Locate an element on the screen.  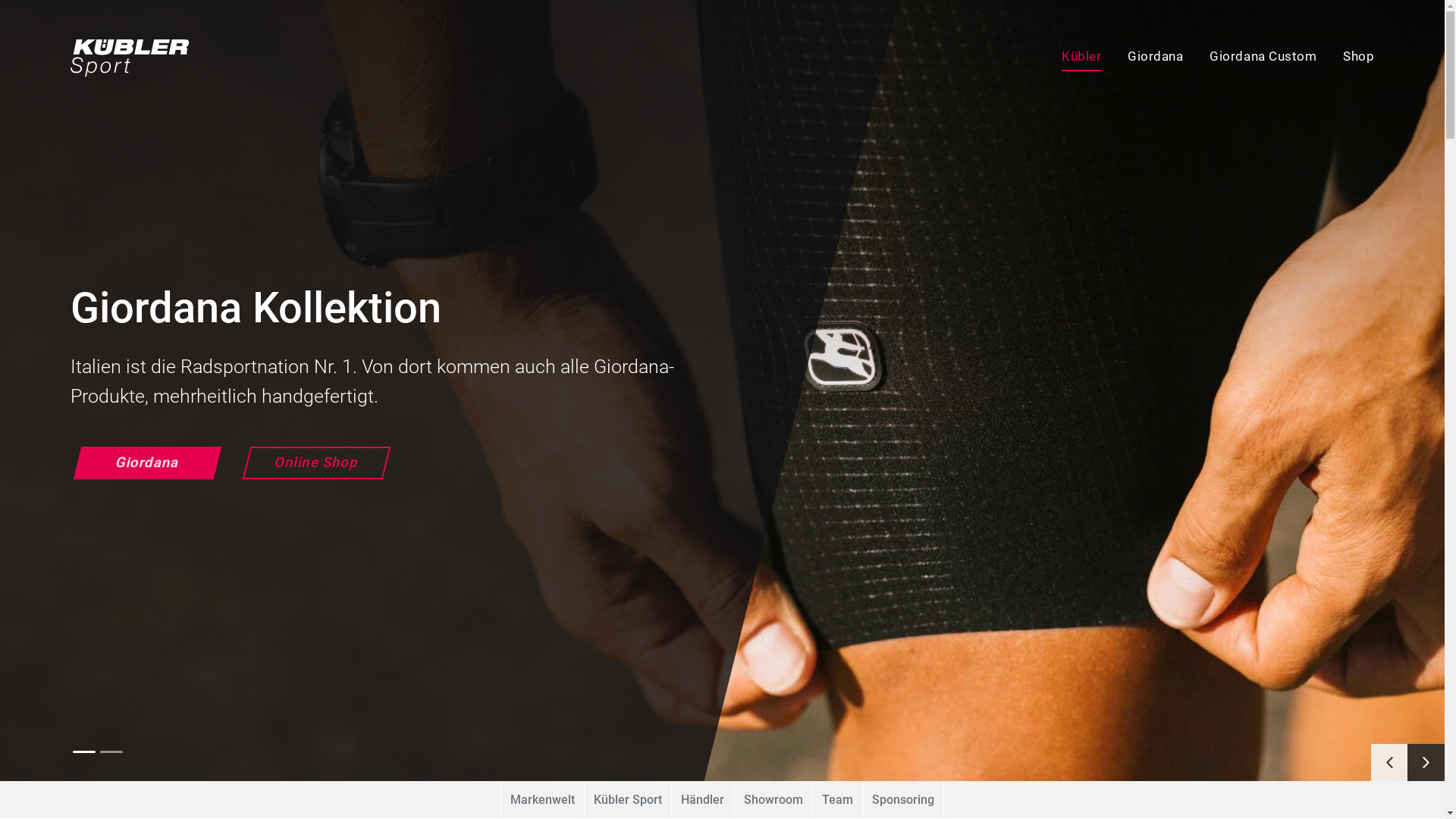
'Giordana Custom' is located at coordinates (1250, 57).